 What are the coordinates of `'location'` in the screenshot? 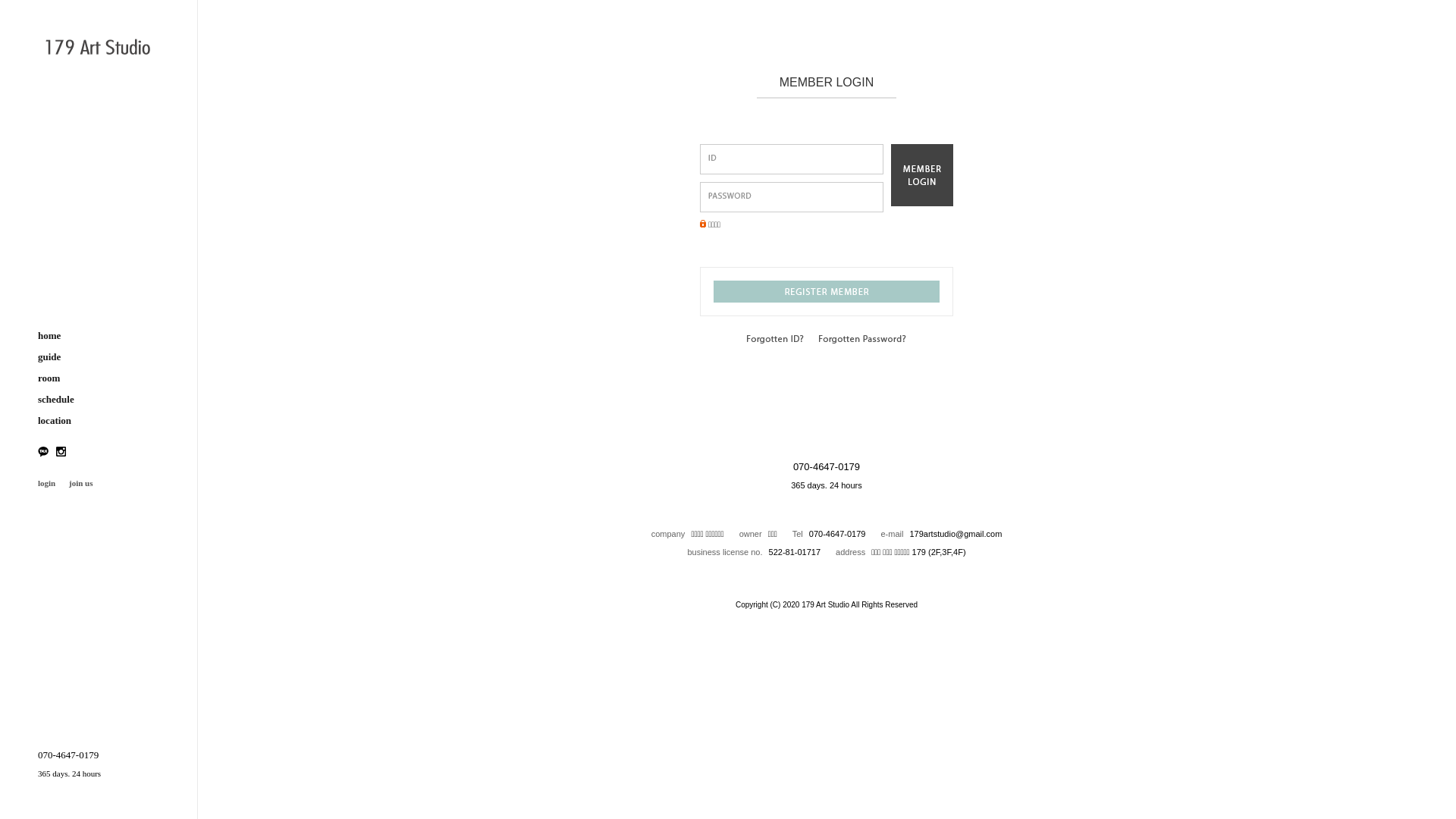 It's located at (97, 421).